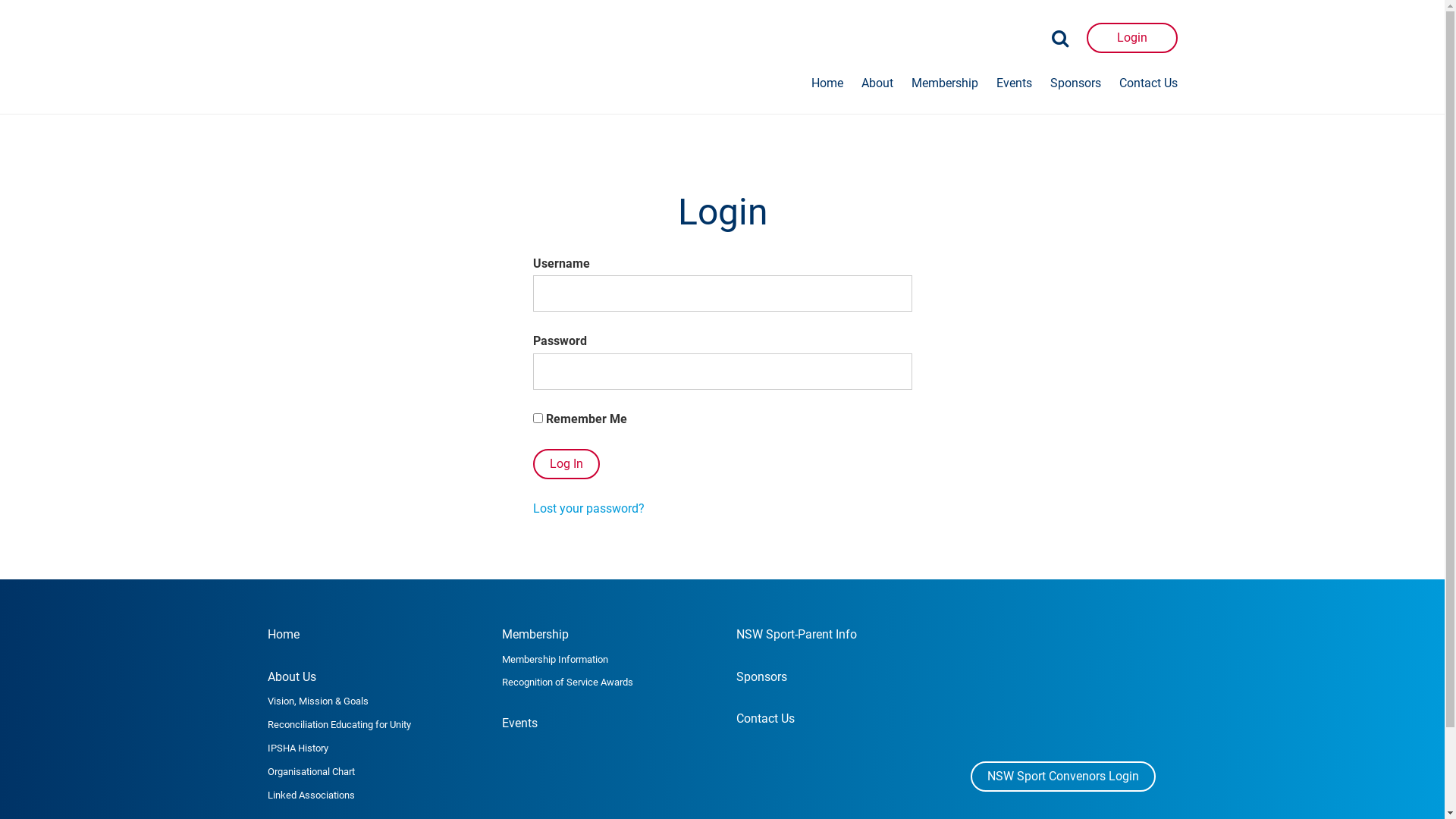 Image resolution: width=1456 pixels, height=819 pixels. What do you see at coordinates (564, 463) in the screenshot?
I see `'Log In'` at bounding box center [564, 463].